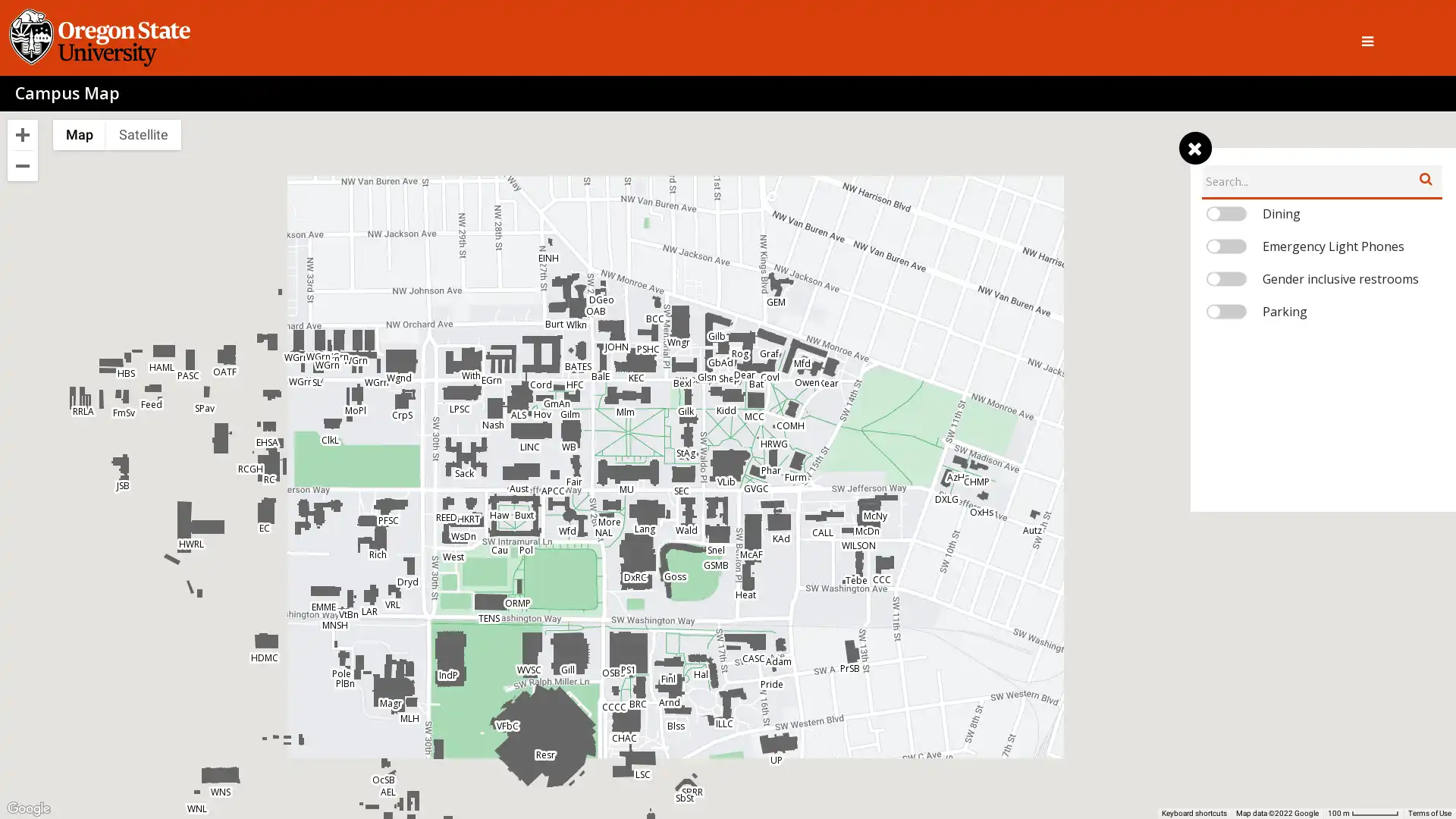 This screenshot has width=1456, height=819. I want to click on Clear search terms, so click(1425, 177).